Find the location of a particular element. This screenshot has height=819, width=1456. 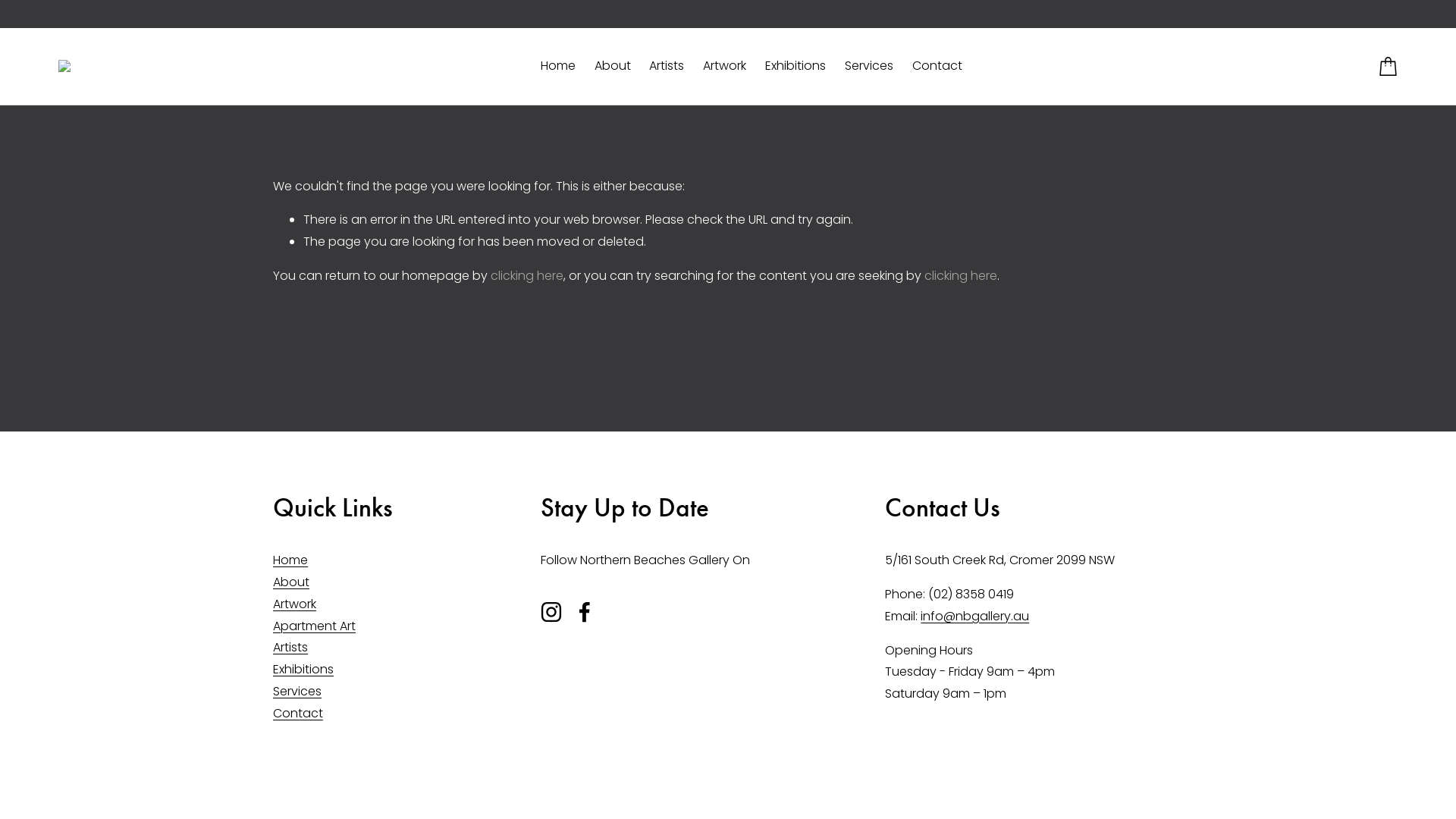

'Home' is located at coordinates (290, 560).